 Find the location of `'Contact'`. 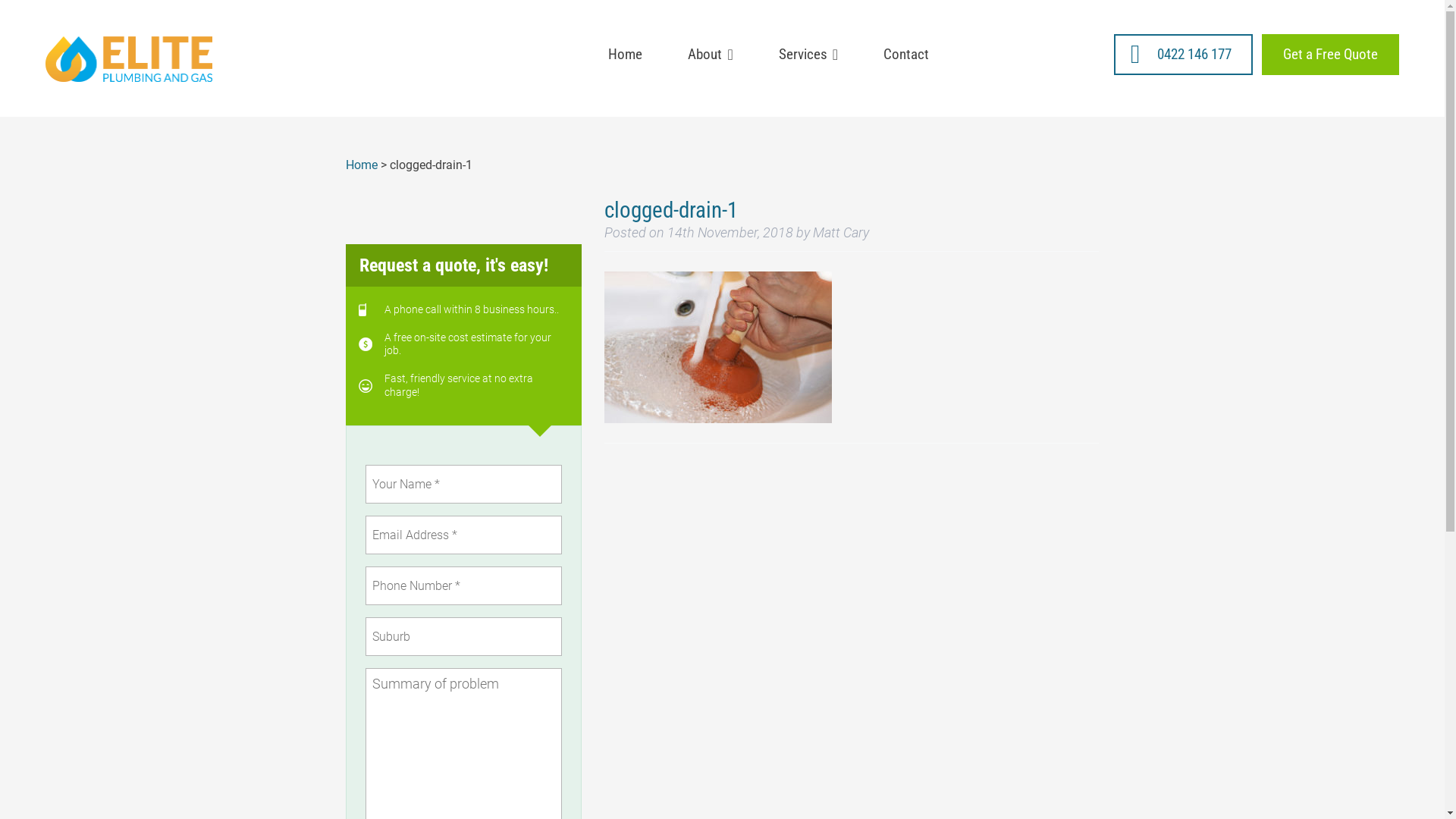

'Contact' is located at coordinates (906, 54).